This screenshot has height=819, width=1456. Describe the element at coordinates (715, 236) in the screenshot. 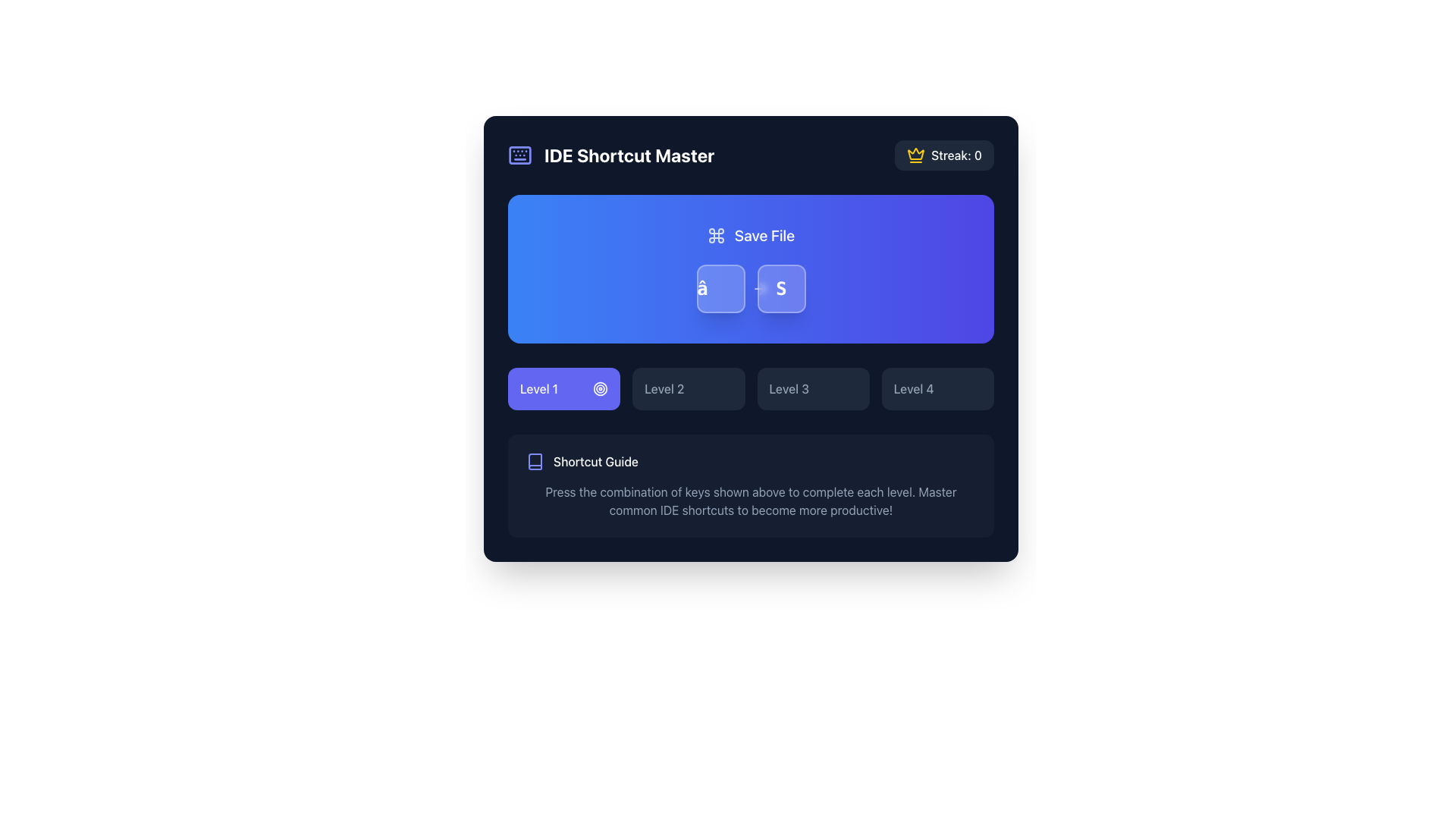

I see `the icon representing a specific action or functionality located in the upper left corner of the blue rectangular section labeled 'IDE Shortcut Master'` at that location.